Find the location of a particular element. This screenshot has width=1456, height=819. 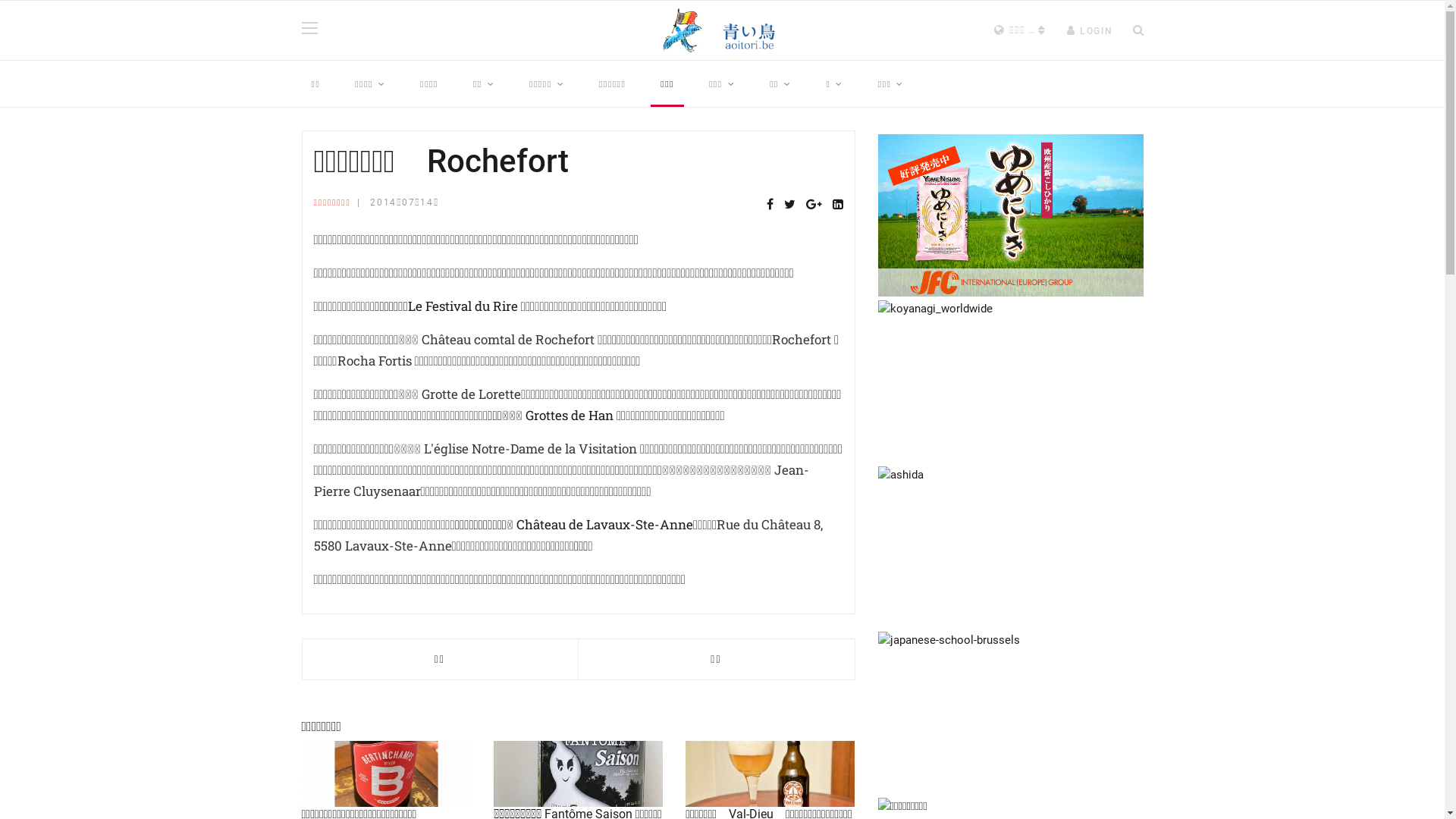

'Yumenishiki 2021' is located at coordinates (1011, 215).